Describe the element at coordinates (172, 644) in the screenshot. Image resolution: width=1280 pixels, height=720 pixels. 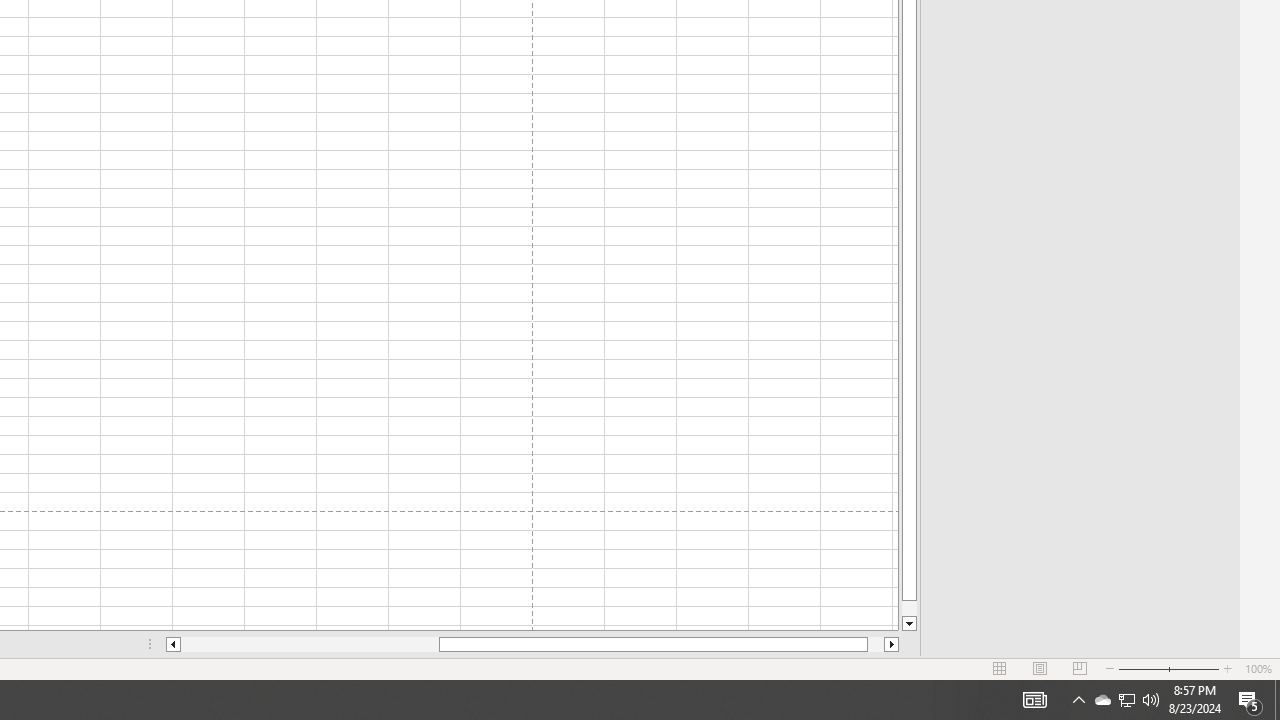
I see `'Column left'` at that location.